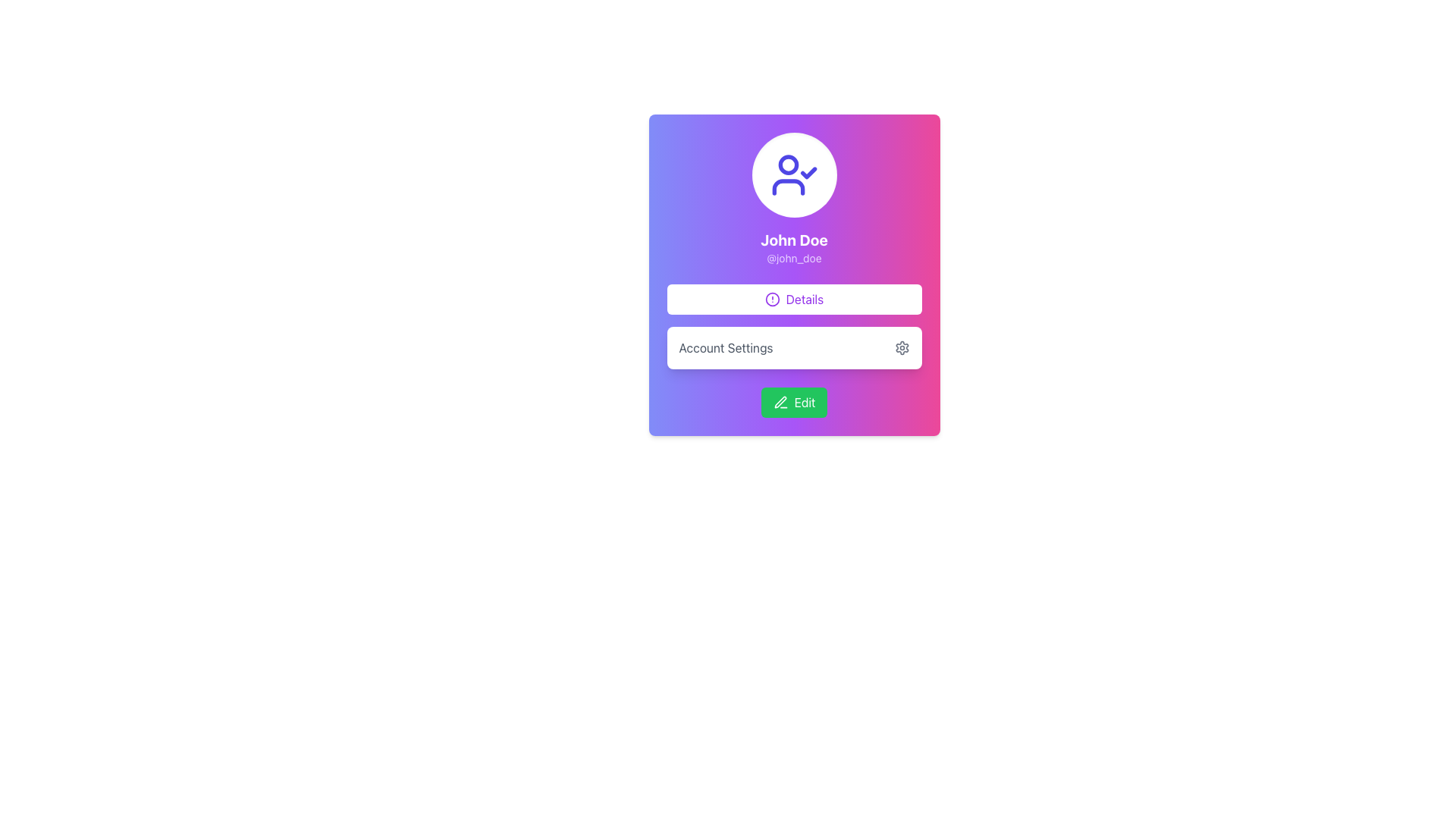  Describe the element at coordinates (793, 247) in the screenshot. I see `the profile name and username display, which is centrally located above the 'Details' button and below the user icon` at that location.